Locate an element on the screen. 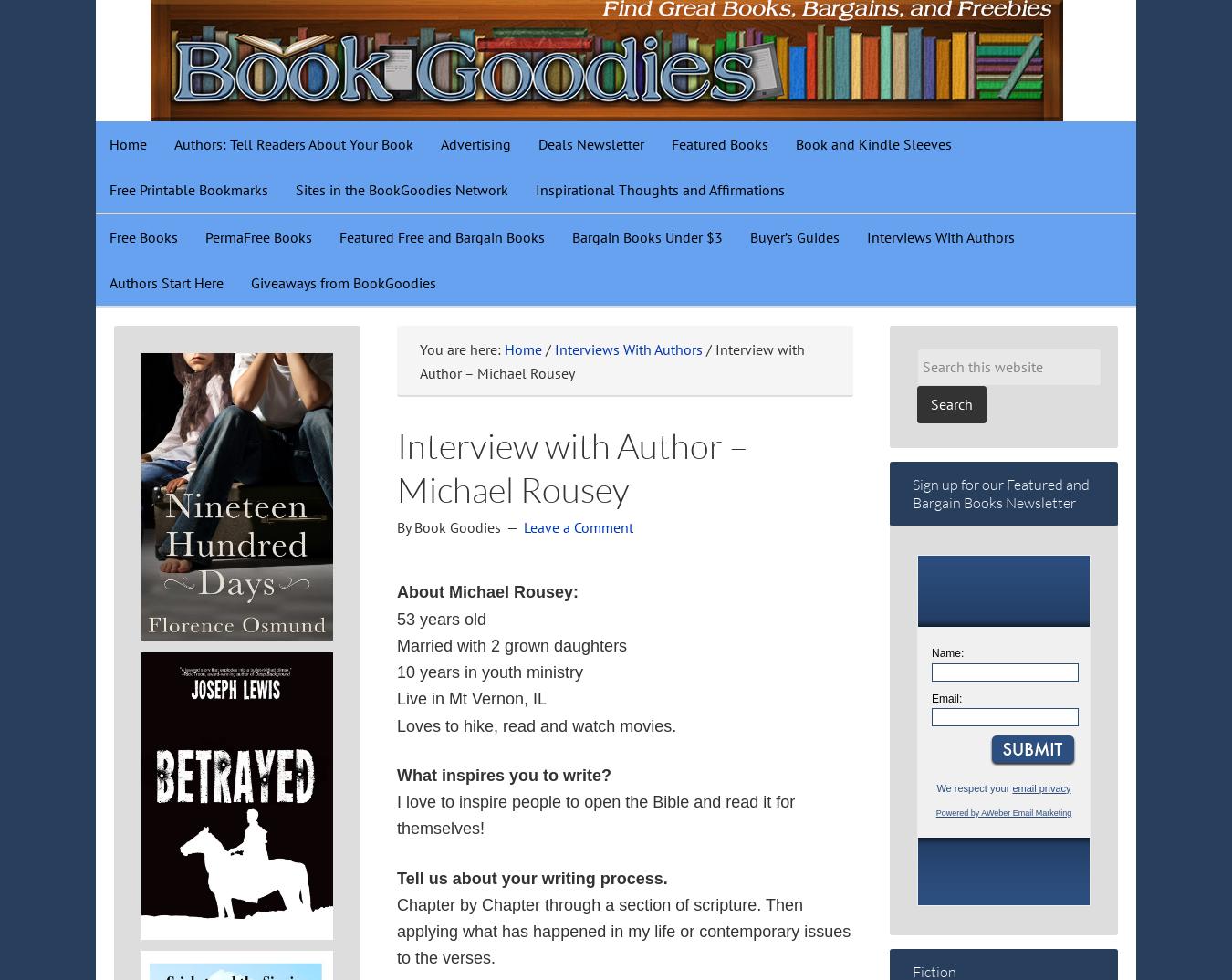 Image resolution: width=1232 pixels, height=980 pixels. 'Powered by AWeber Email Marketing' is located at coordinates (1003, 811).